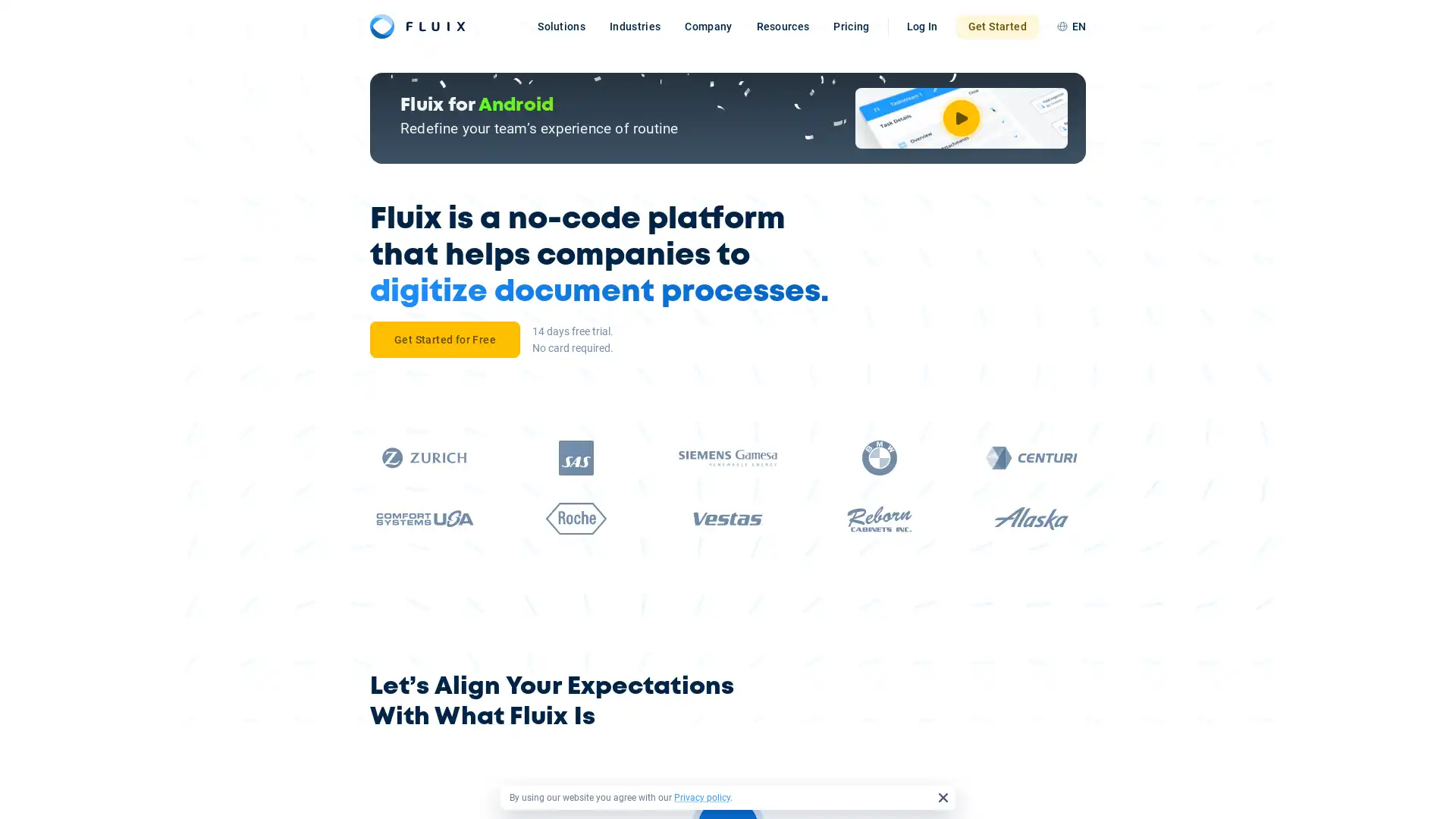 The width and height of the screenshot is (1456, 819). Describe the element at coordinates (960, 117) in the screenshot. I see `Watch Video` at that location.